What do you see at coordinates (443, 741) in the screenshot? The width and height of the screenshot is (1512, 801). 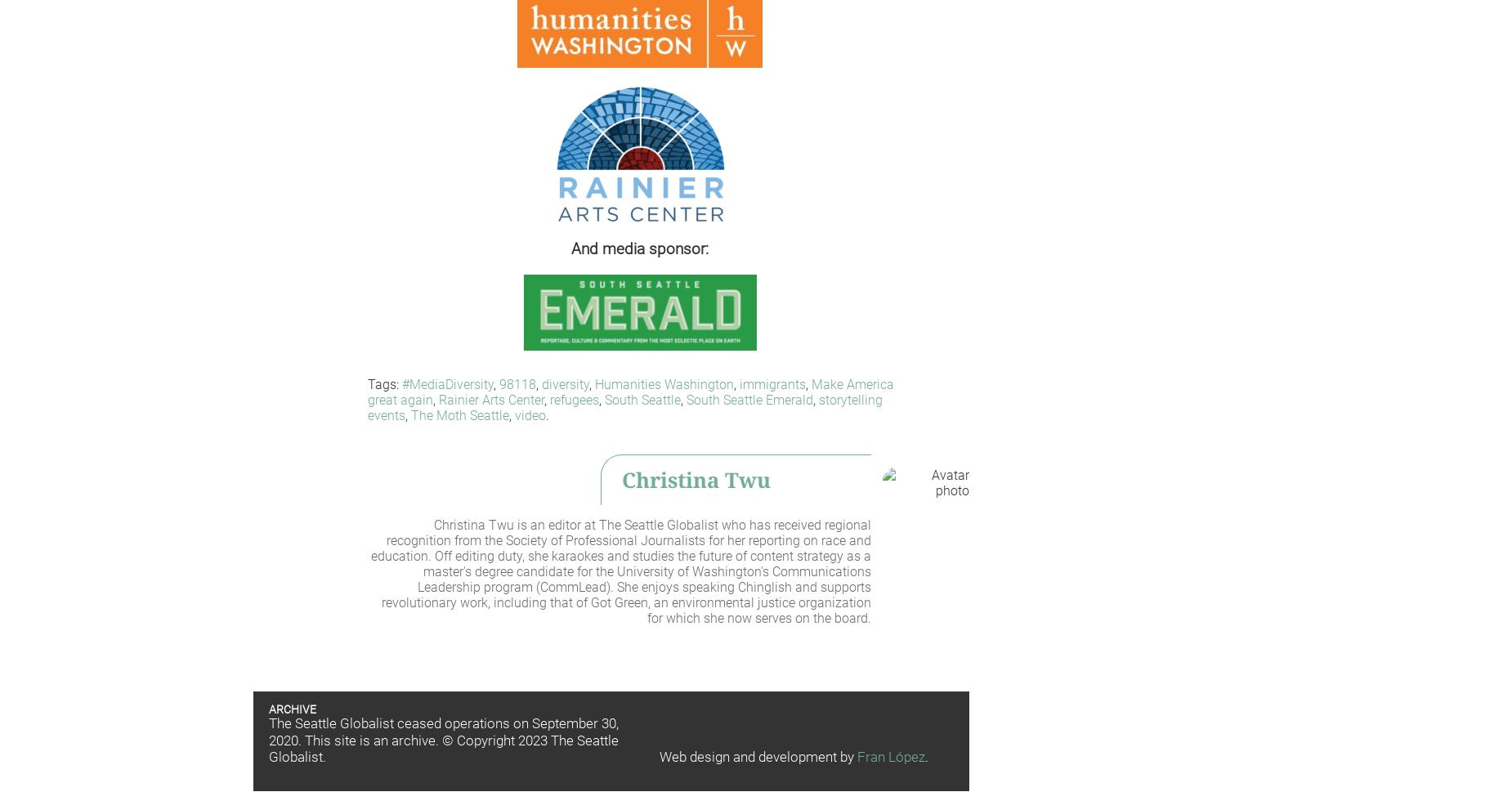 I see `'The Seattle Globalist ceased operations on September 30, 2020. This site is an archive. © Copyright 2023 The Seattle Globalist.'` at bounding box center [443, 741].